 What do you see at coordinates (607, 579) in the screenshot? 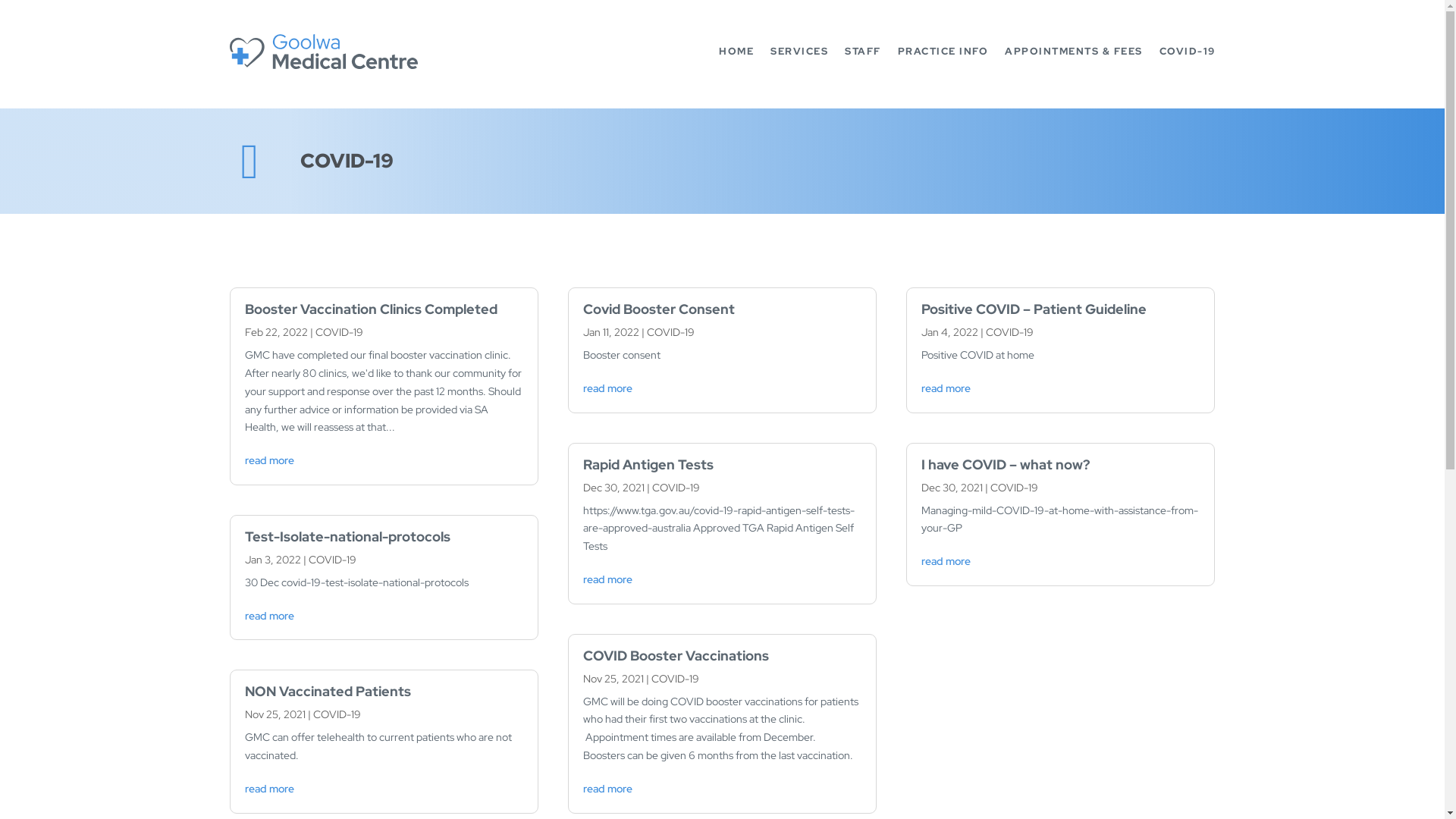
I see `'read more'` at bounding box center [607, 579].